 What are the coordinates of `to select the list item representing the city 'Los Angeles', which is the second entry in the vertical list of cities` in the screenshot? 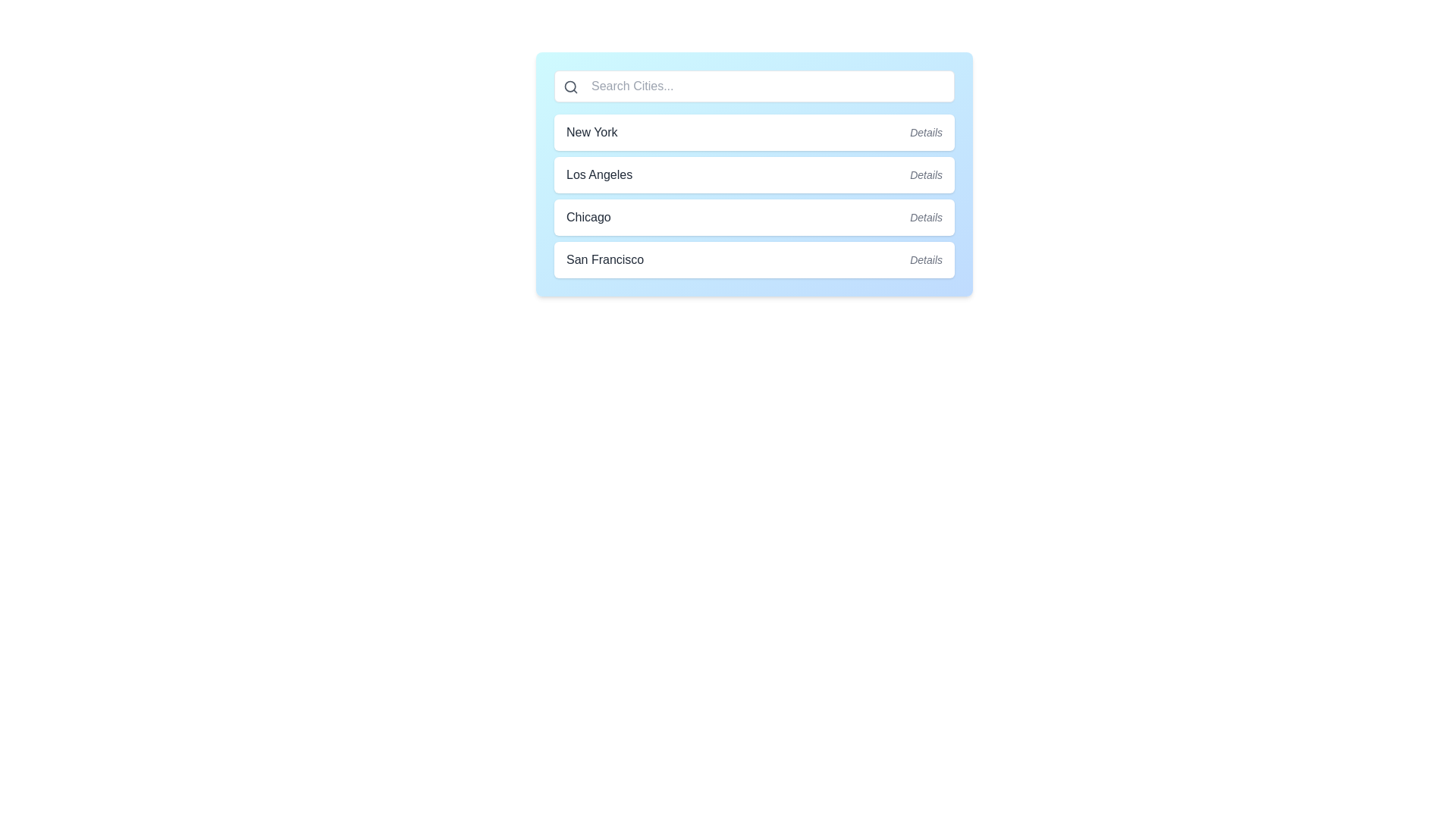 It's located at (754, 195).